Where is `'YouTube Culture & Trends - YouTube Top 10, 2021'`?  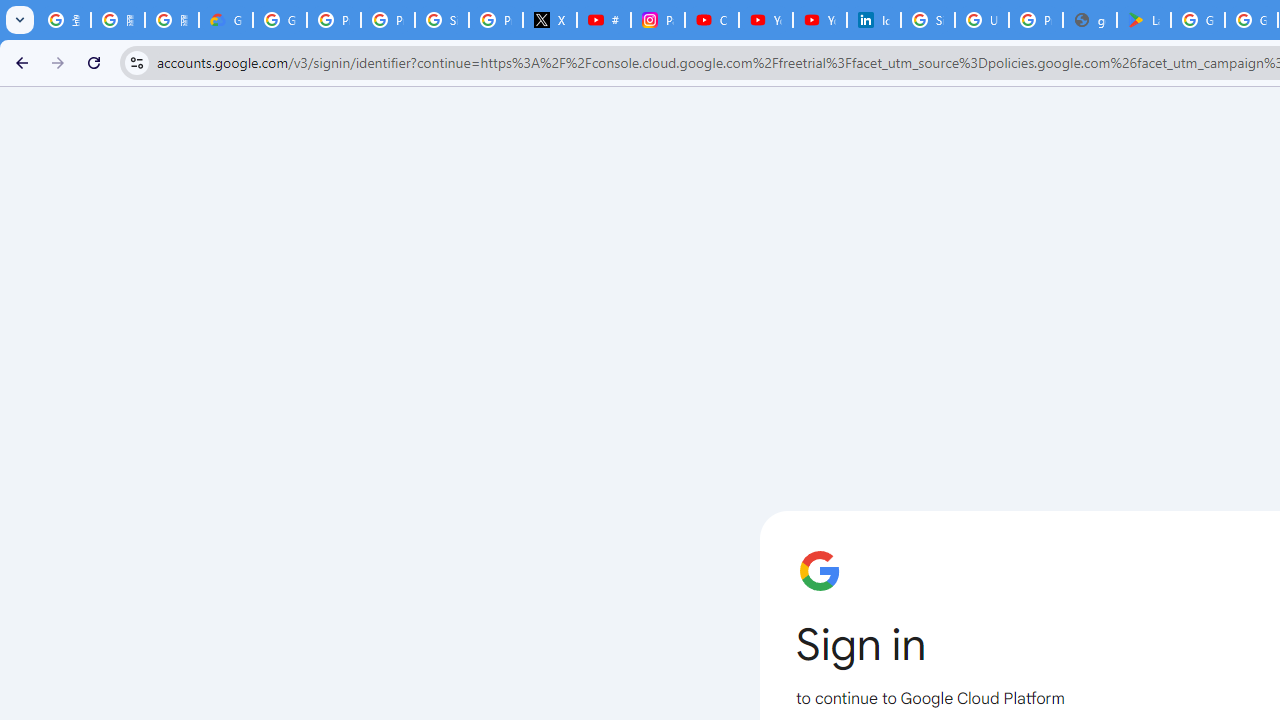
'YouTube Culture & Trends - YouTube Top 10, 2021' is located at coordinates (819, 20).